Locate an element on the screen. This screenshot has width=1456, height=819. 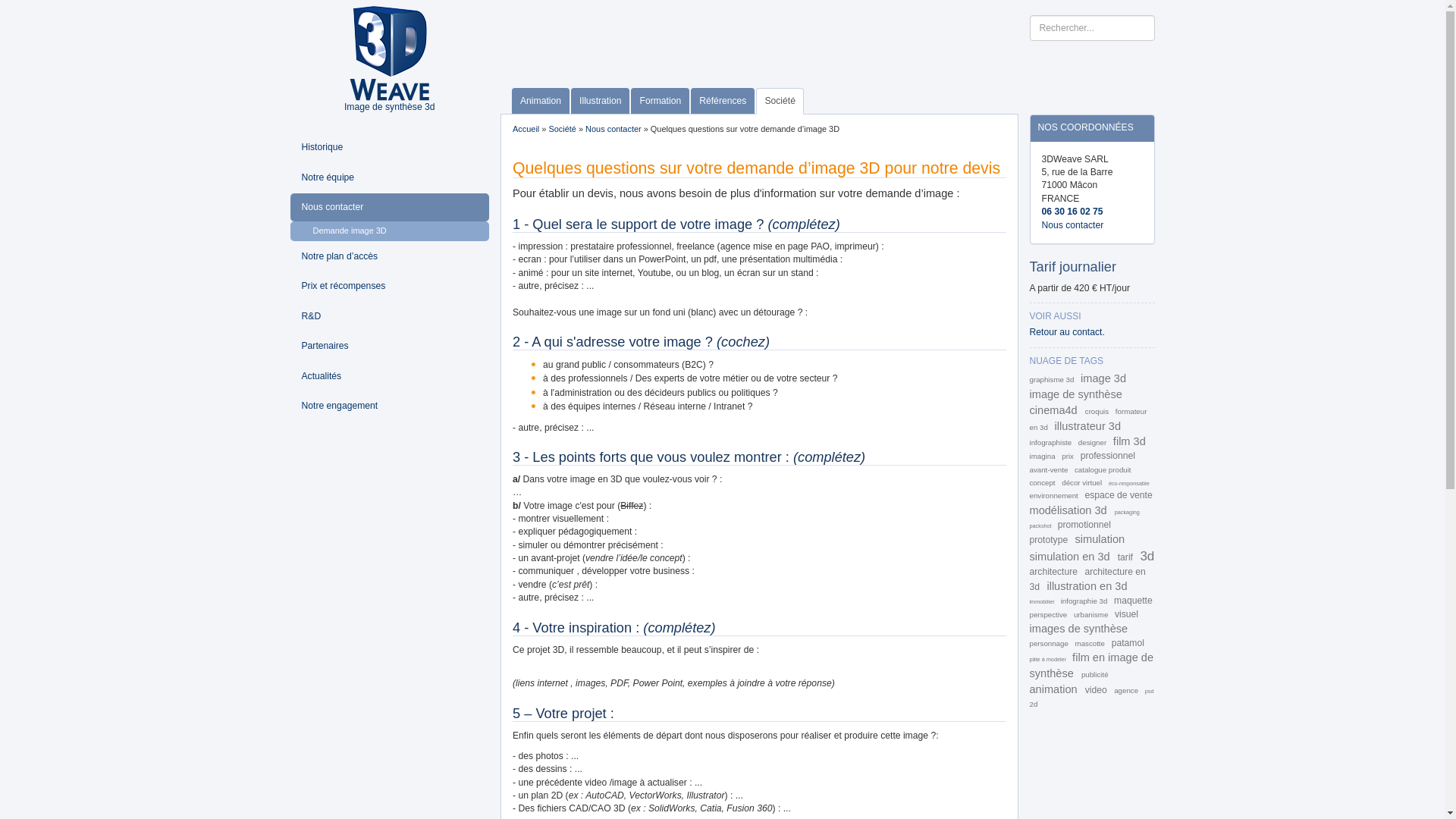
'concept' is located at coordinates (1043, 482).